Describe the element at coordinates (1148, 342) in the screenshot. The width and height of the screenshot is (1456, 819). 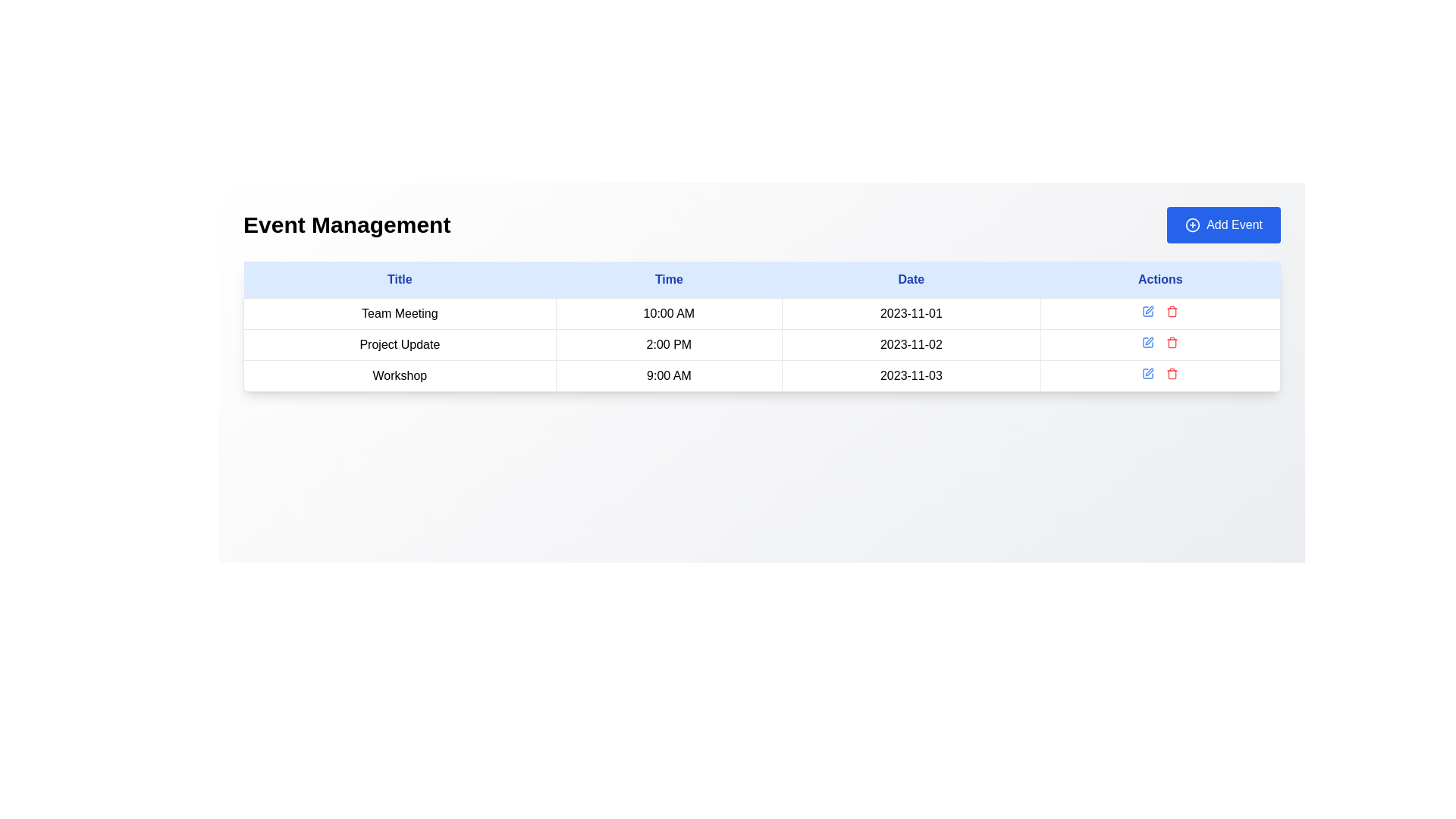
I see `the edit icon button located in the 'Actions' column of the second row in the table to initiate editing` at that location.